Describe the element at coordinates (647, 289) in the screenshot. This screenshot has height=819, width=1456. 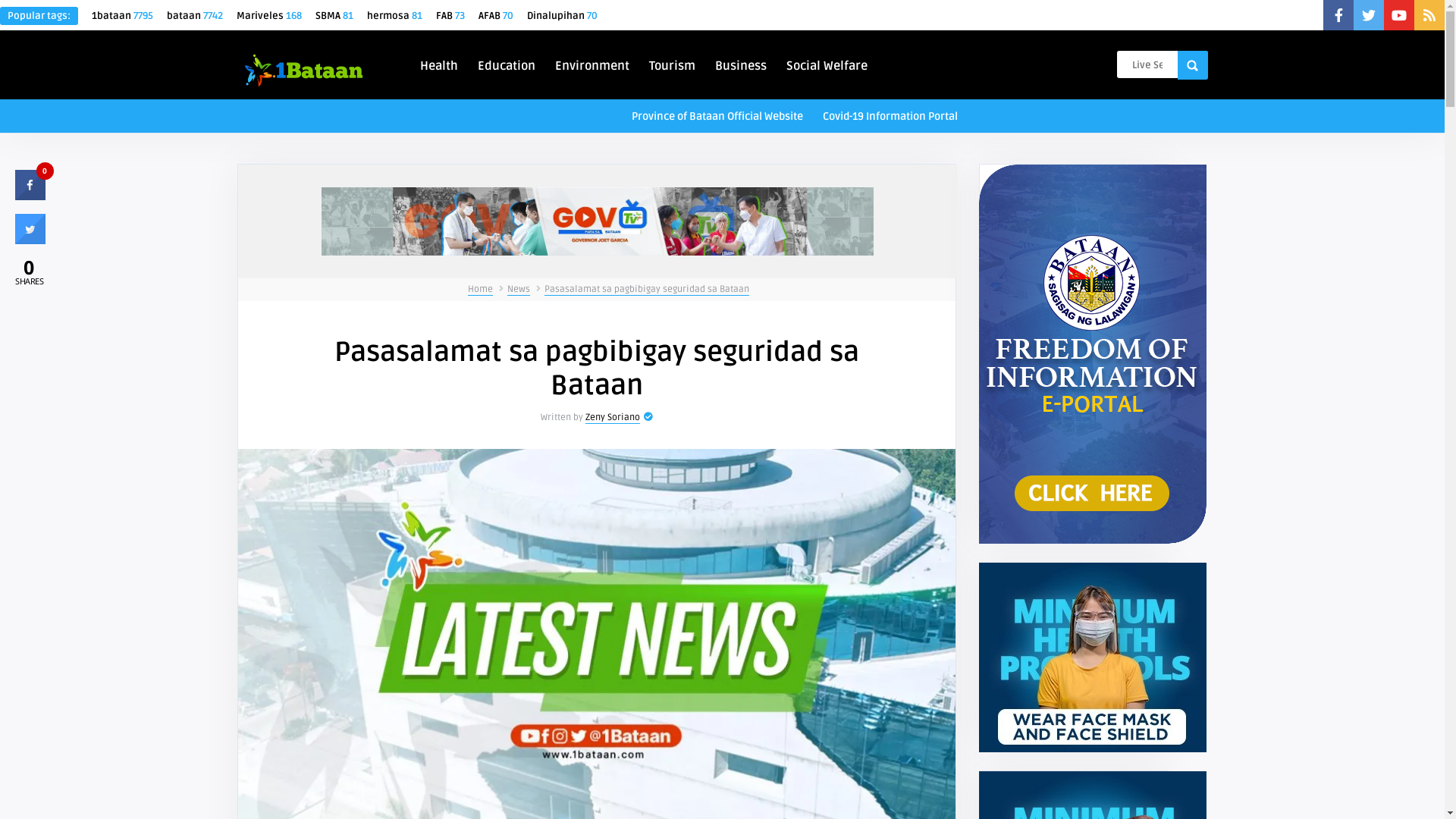
I see `'Pasasalamat sa pagbibigay seguridad sa Bataan'` at that location.